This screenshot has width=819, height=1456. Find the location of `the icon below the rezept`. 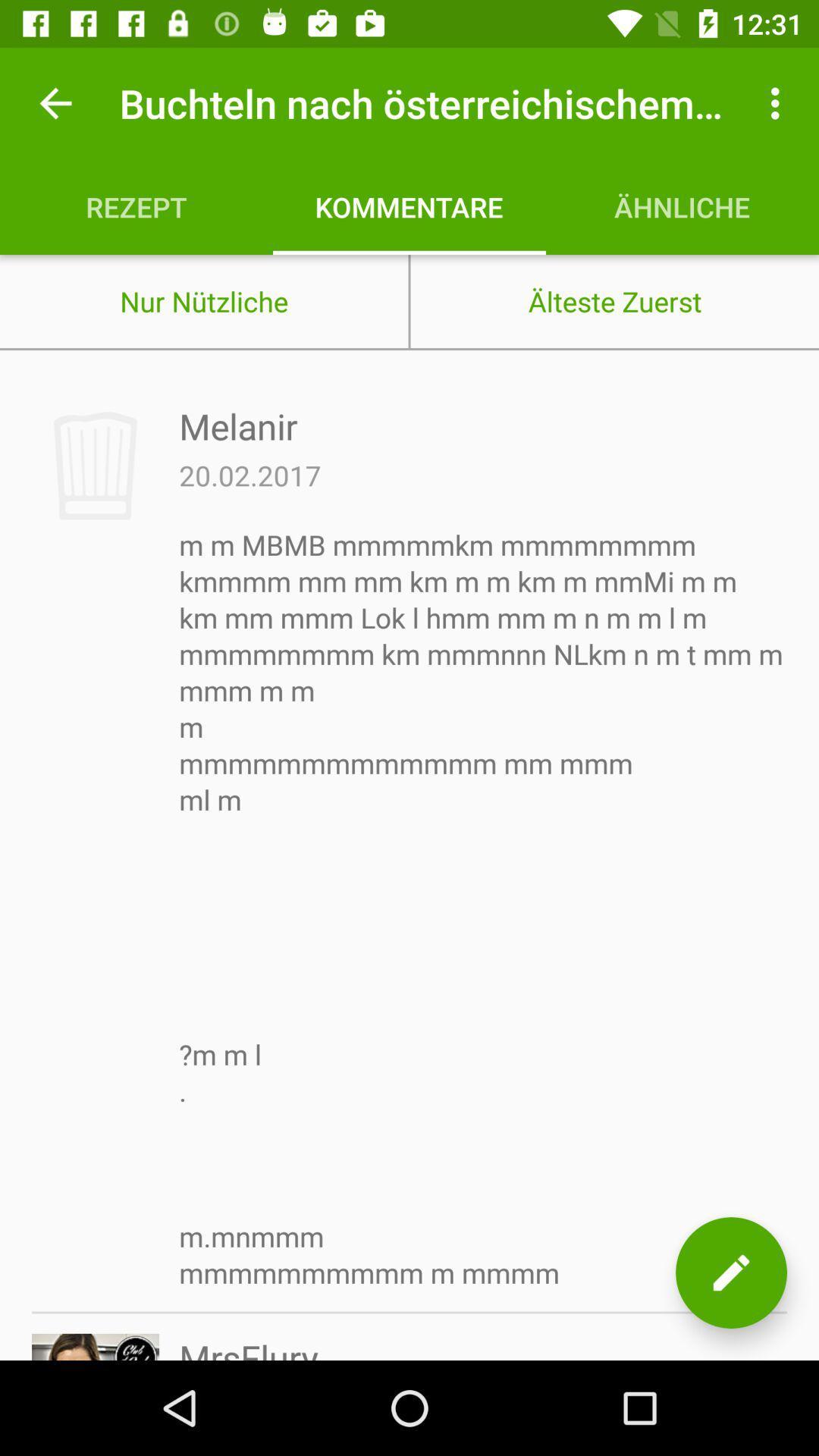

the icon below the rezept is located at coordinates (203, 301).